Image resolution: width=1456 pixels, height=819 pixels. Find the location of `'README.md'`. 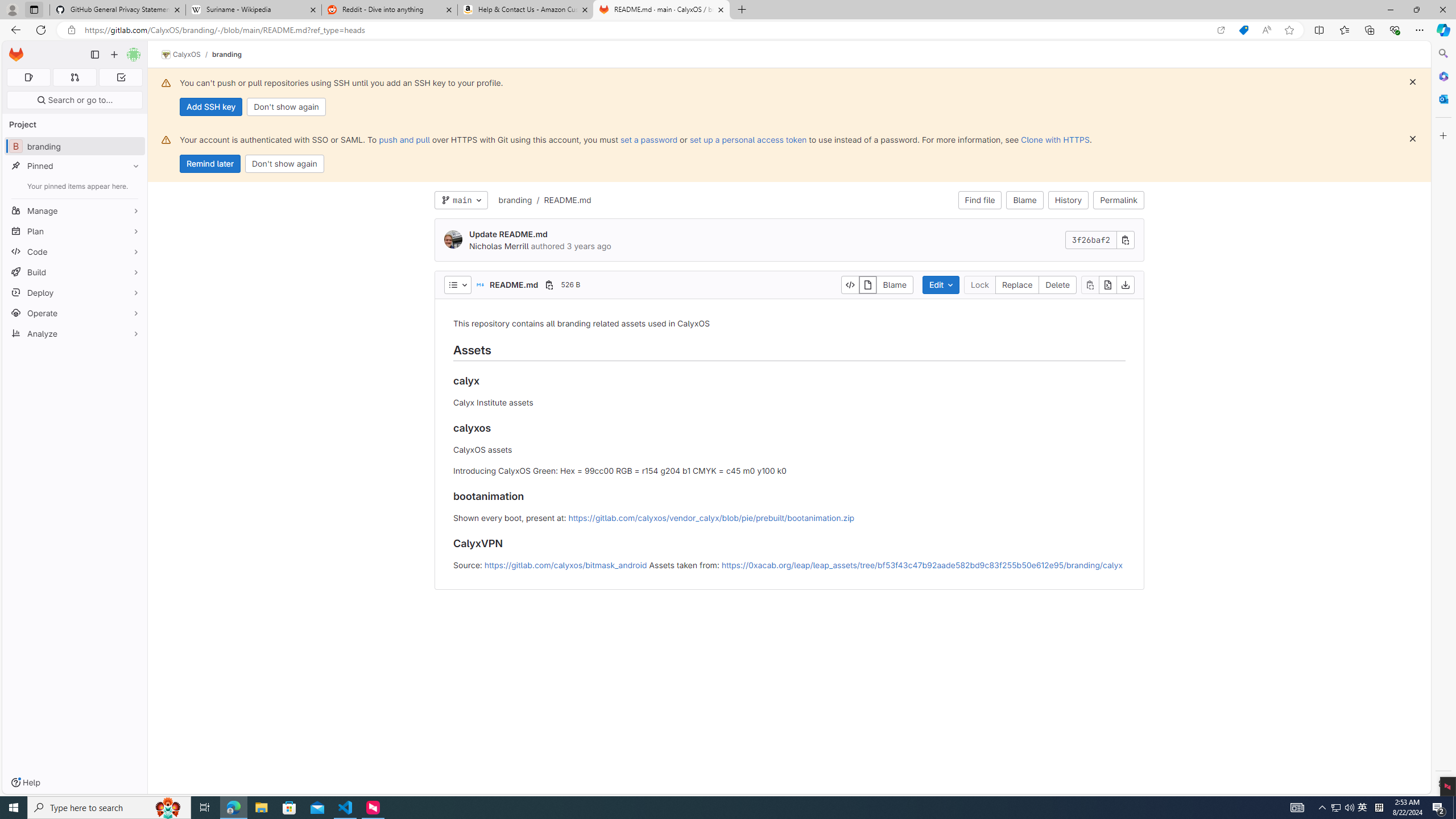

'README.md' is located at coordinates (566, 200).